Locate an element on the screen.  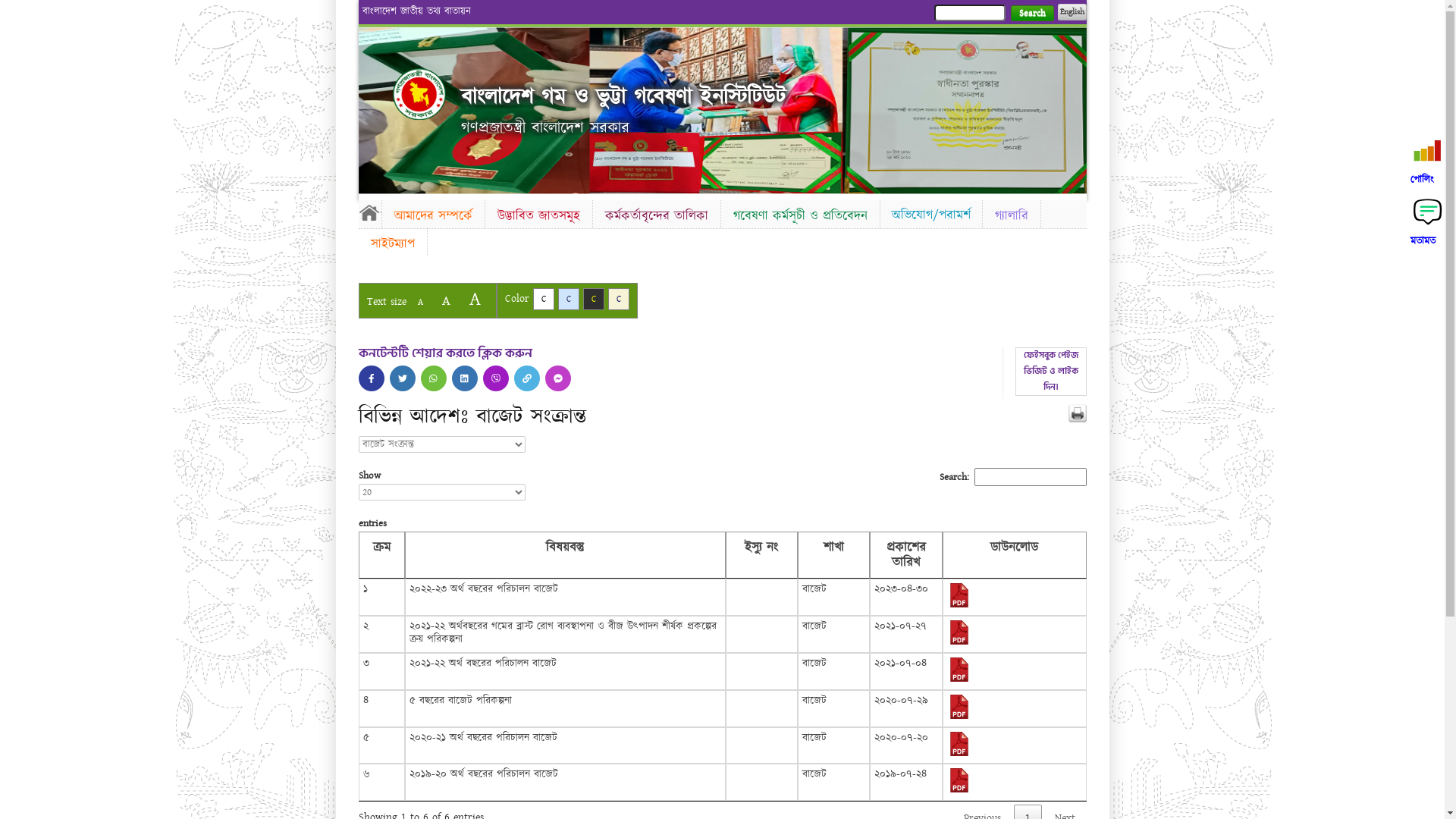
'English' is located at coordinates (1070, 11).